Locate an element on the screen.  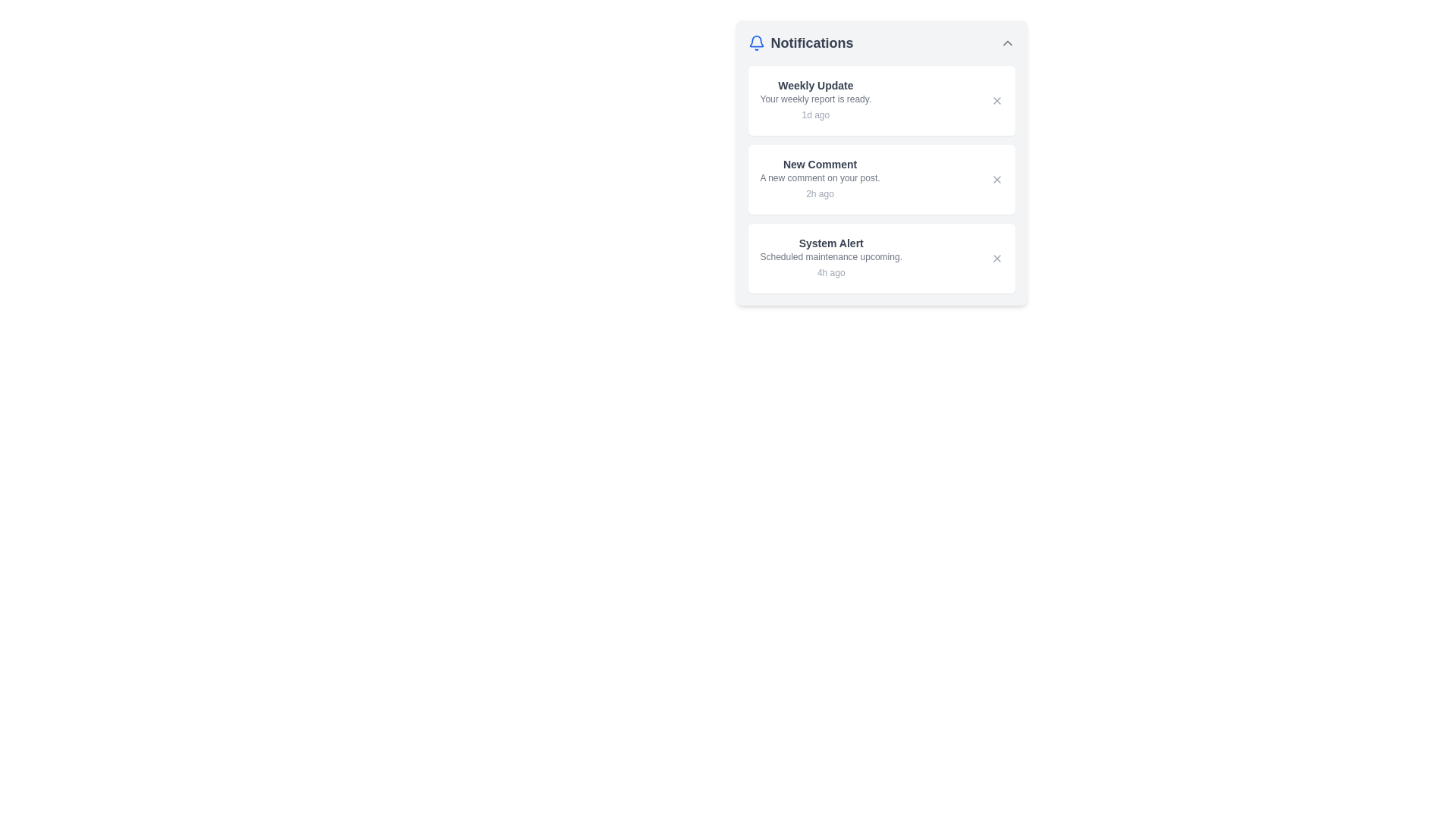
the static text label reading 'Notifications' which is prominently displayed in bold dark gray on a light gray background, located at the top-left corner of the notification summary panel is located at coordinates (811, 42).